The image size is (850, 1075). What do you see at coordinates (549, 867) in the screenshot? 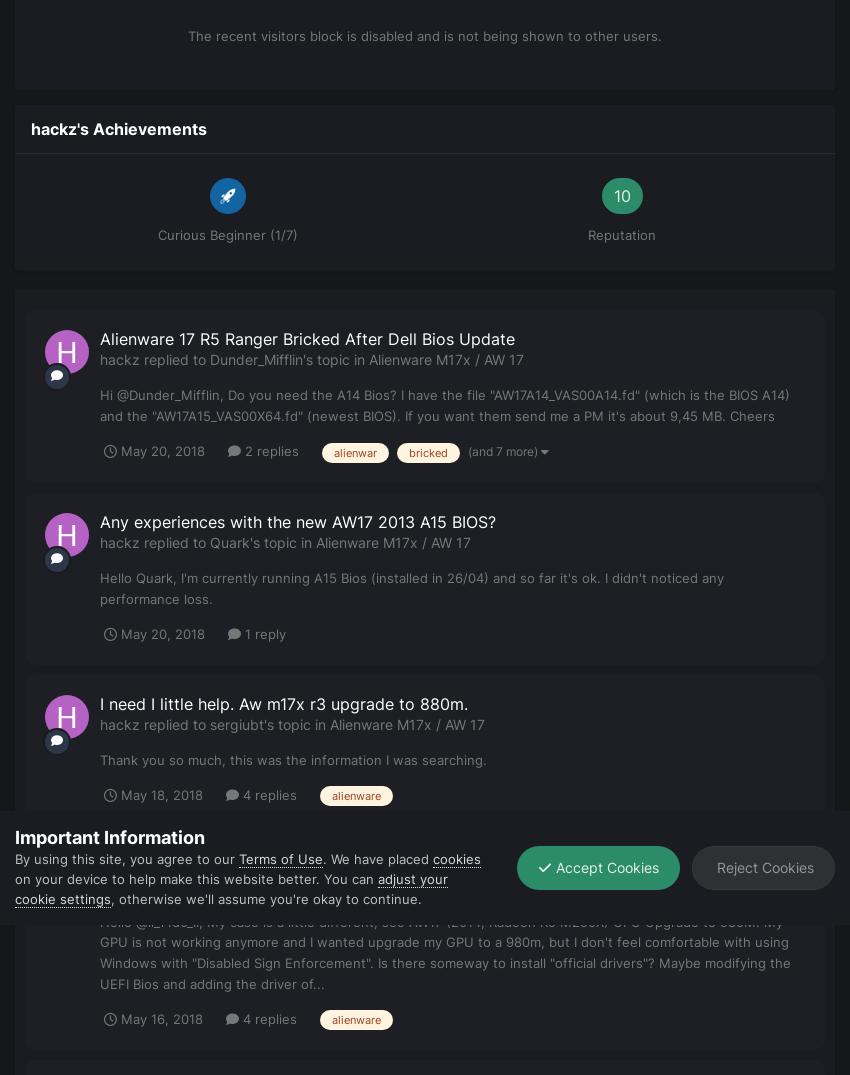
I see `'Accept Cookies'` at bounding box center [549, 867].